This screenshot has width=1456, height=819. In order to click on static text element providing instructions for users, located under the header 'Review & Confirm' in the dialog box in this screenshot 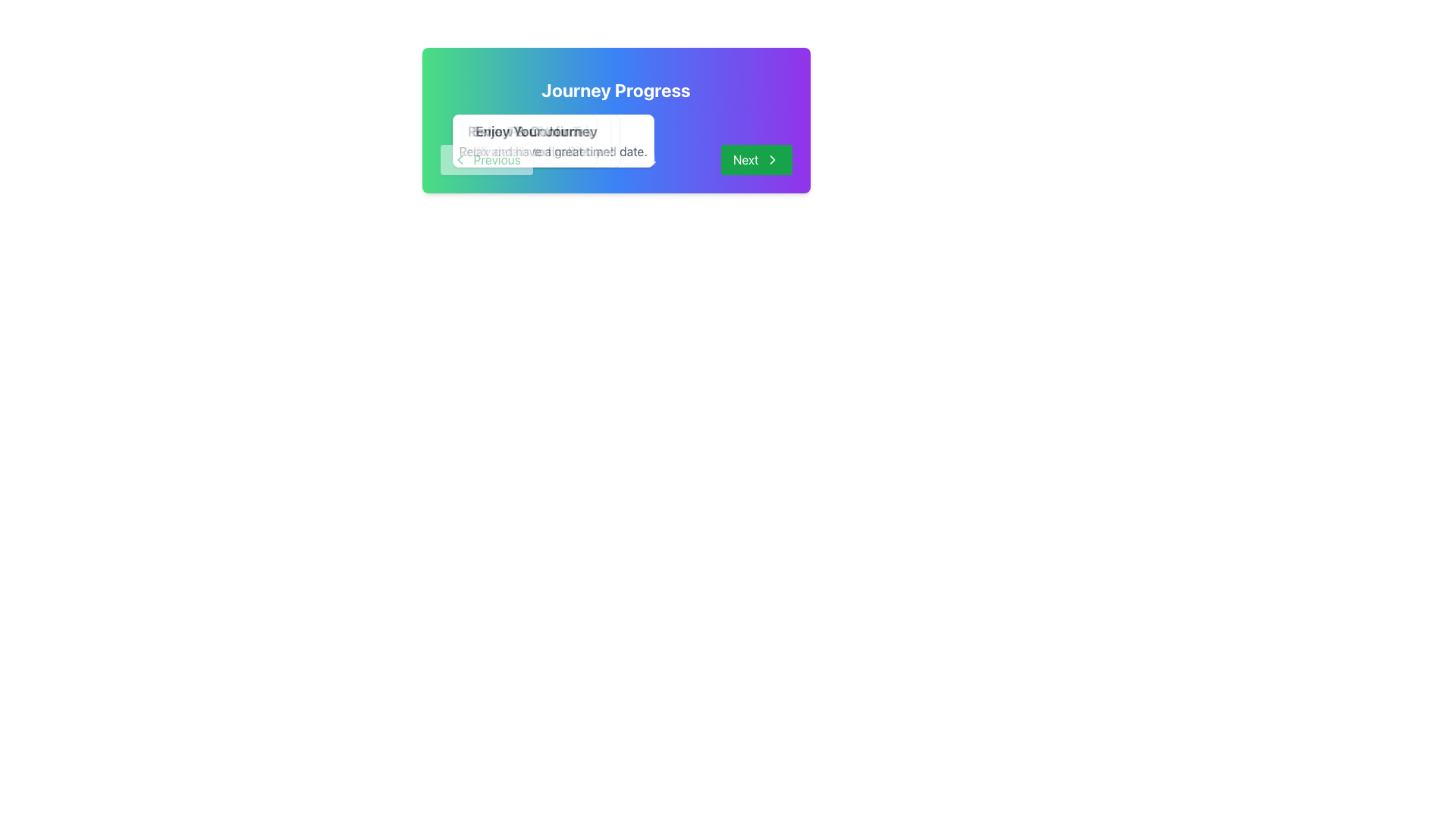, I will do `click(524, 152)`.